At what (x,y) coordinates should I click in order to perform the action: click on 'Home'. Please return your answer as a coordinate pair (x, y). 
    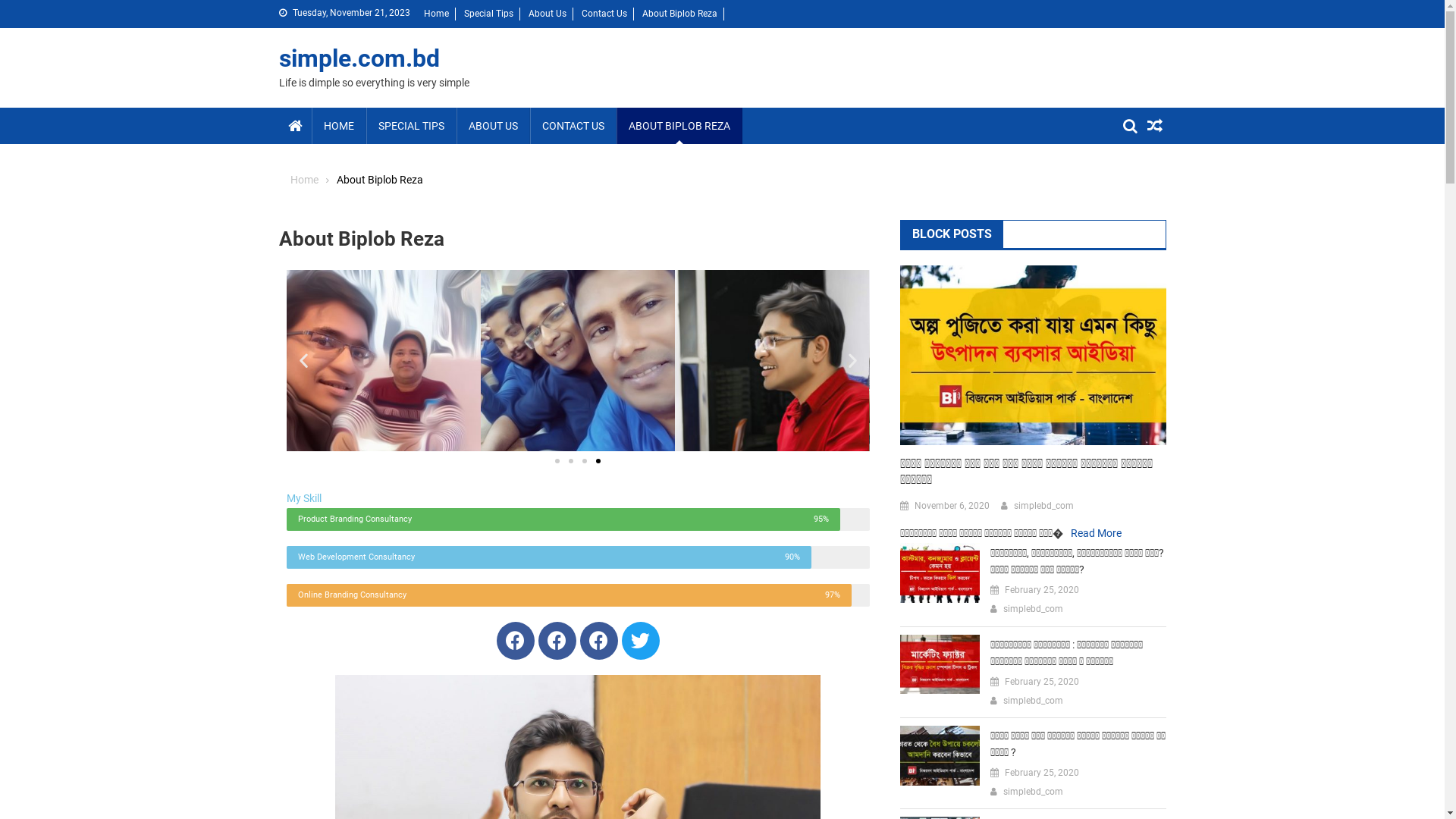
    Looking at the image, I should click on (303, 178).